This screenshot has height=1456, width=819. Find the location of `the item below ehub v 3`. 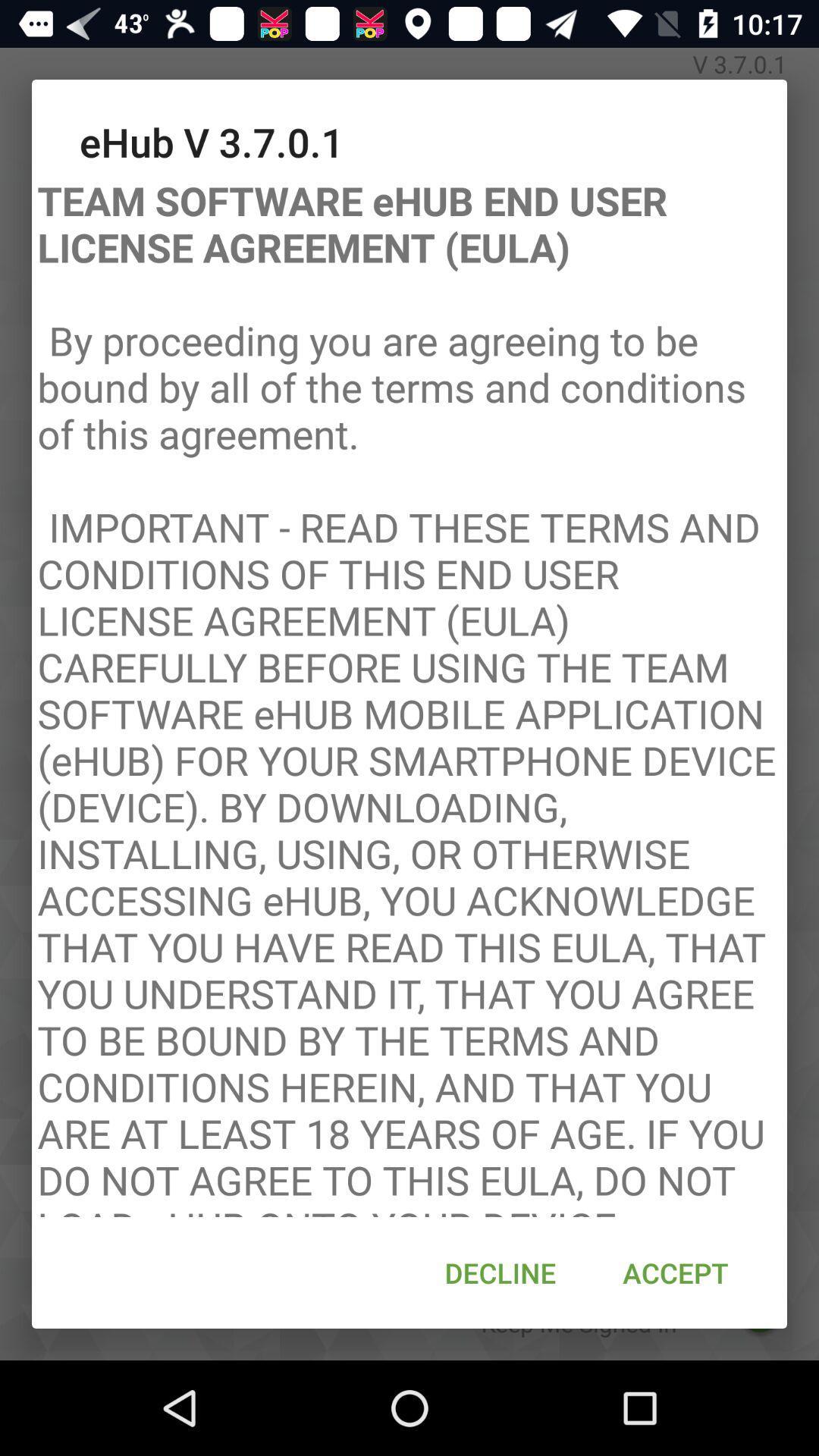

the item below ehub v 3 is located at coordinates (409, 692).